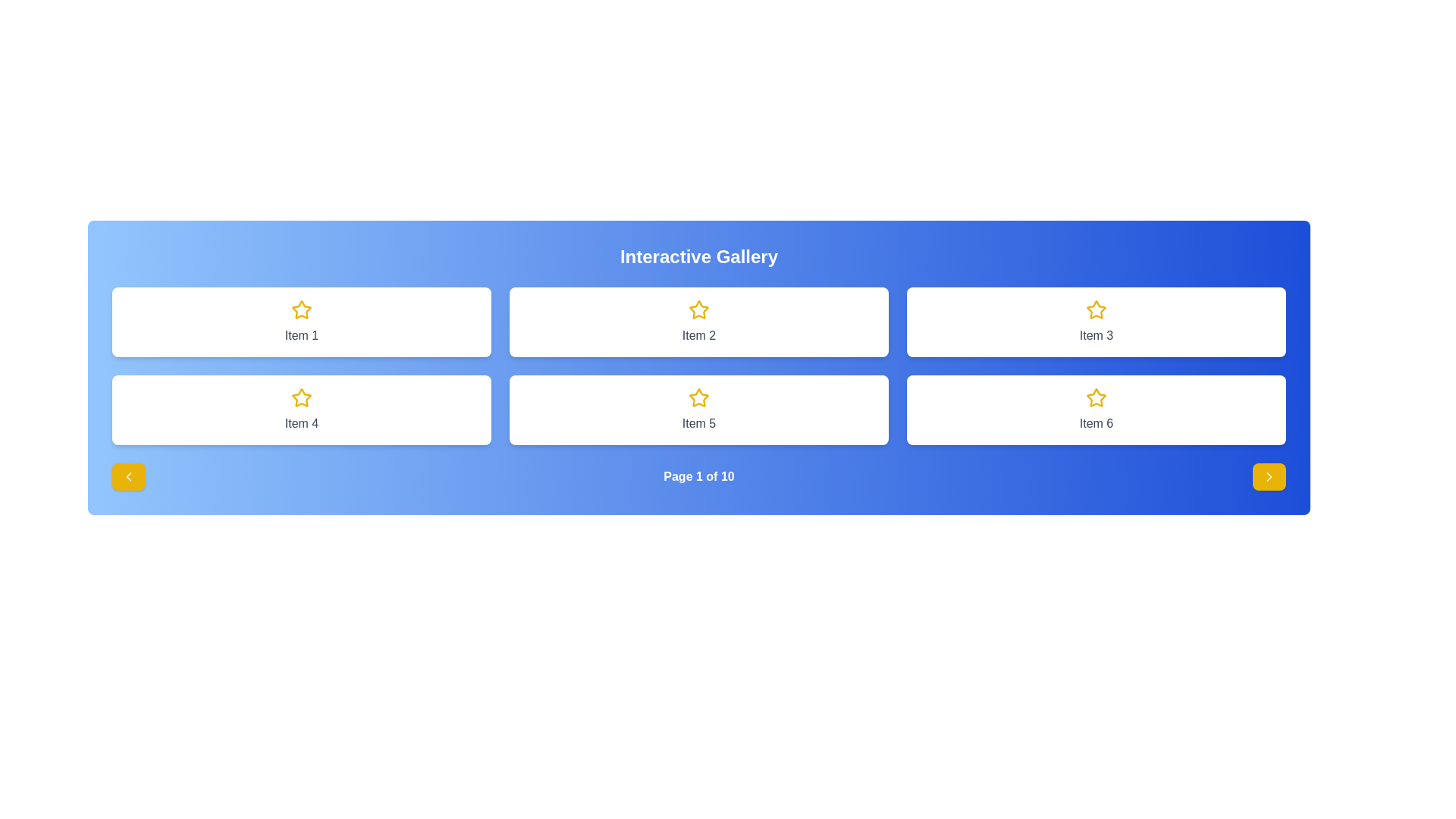 Image resolution: width=1456 pixels, height=819 pixels. I want to click on the interactive star icon located at the top-center of the 'Item 6' card to rate it, so click(1096, 397).